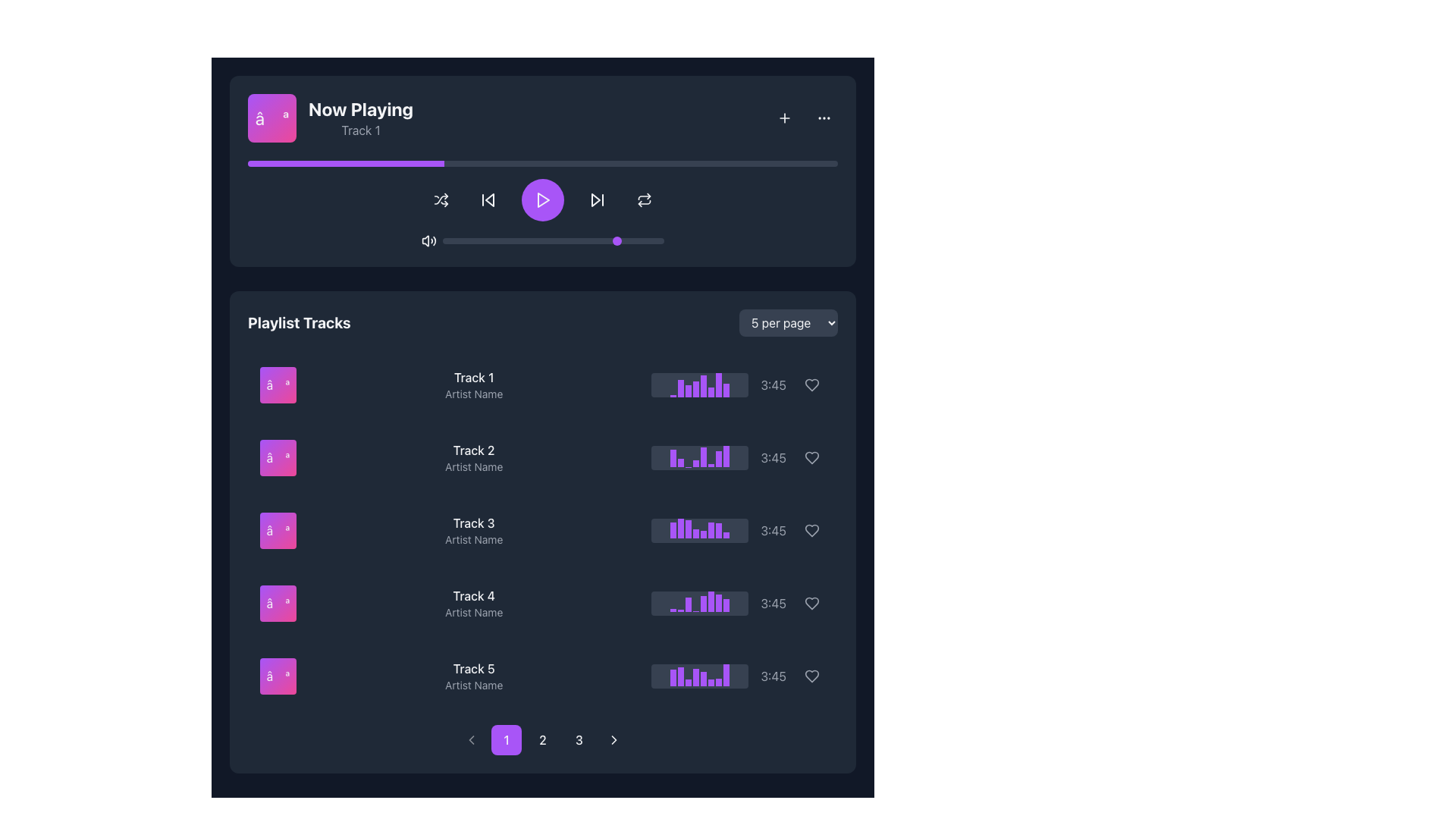  What do you see at coordinates (673, 677) in the screenshot?
I see `the bar chart element representing 'Track 5' to interpret the data associated with its intensity or frequency` at bounding box center [673, 677].